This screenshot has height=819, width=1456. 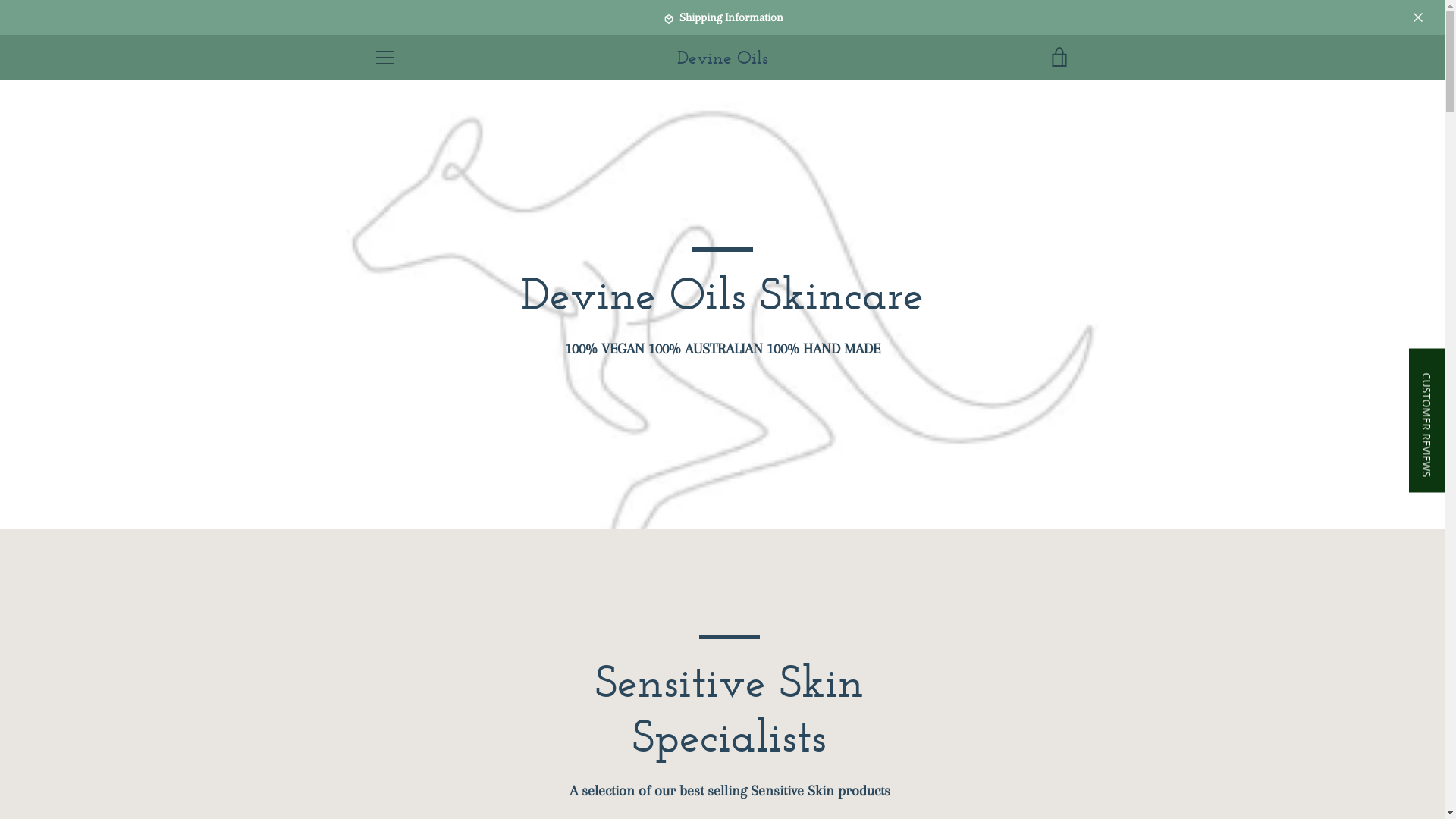 What do you see at coordinates (384, 57) in the screenshot?
I see `'MENU'` at bounding box center [384, 57].